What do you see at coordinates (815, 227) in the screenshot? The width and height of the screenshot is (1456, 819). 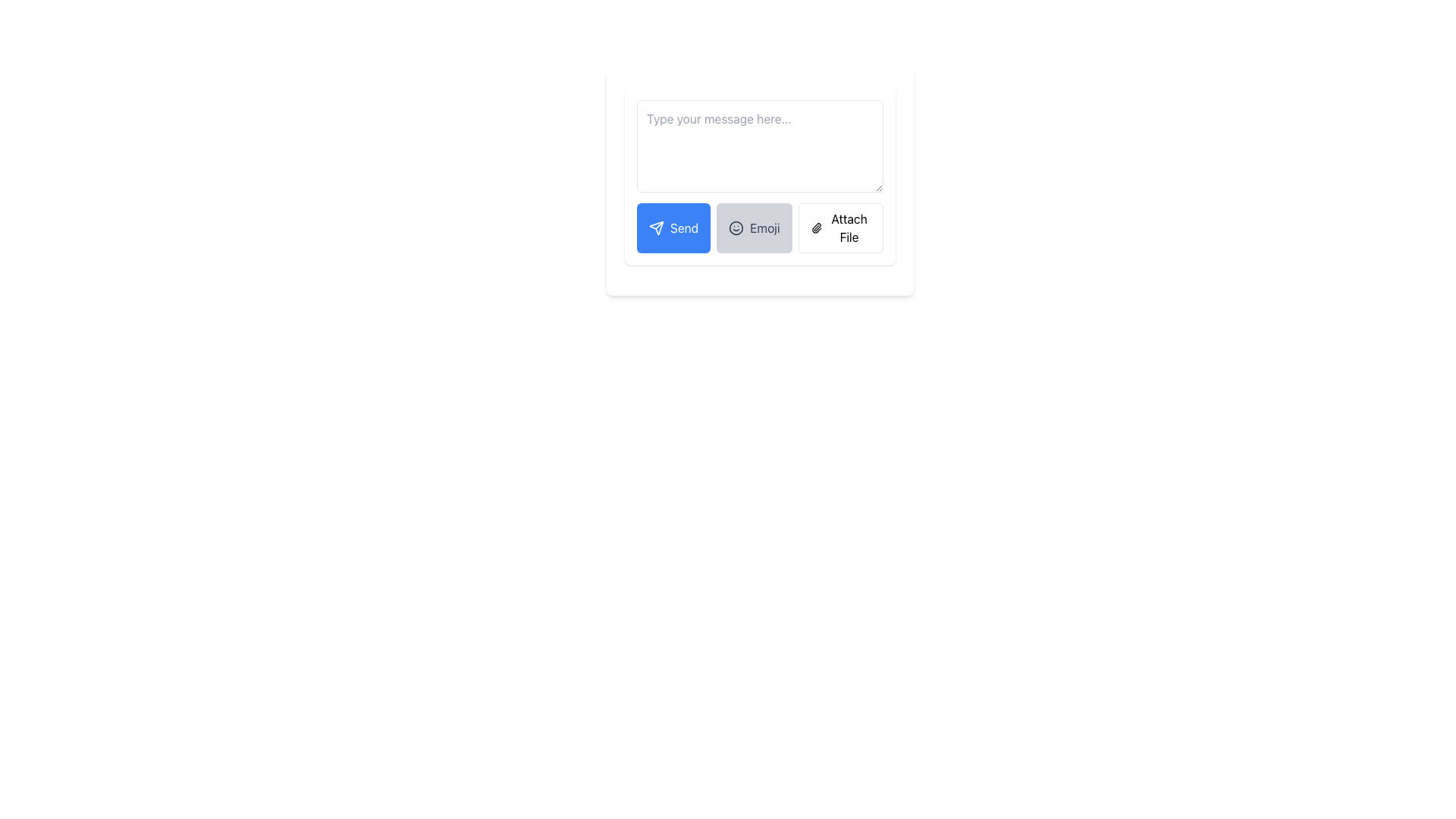 I see `the icon located to the left of the 'Attach File' label within the button on the right side of the button group in the messaging interface to initiate file attachment` at bounding box center [815, 227].